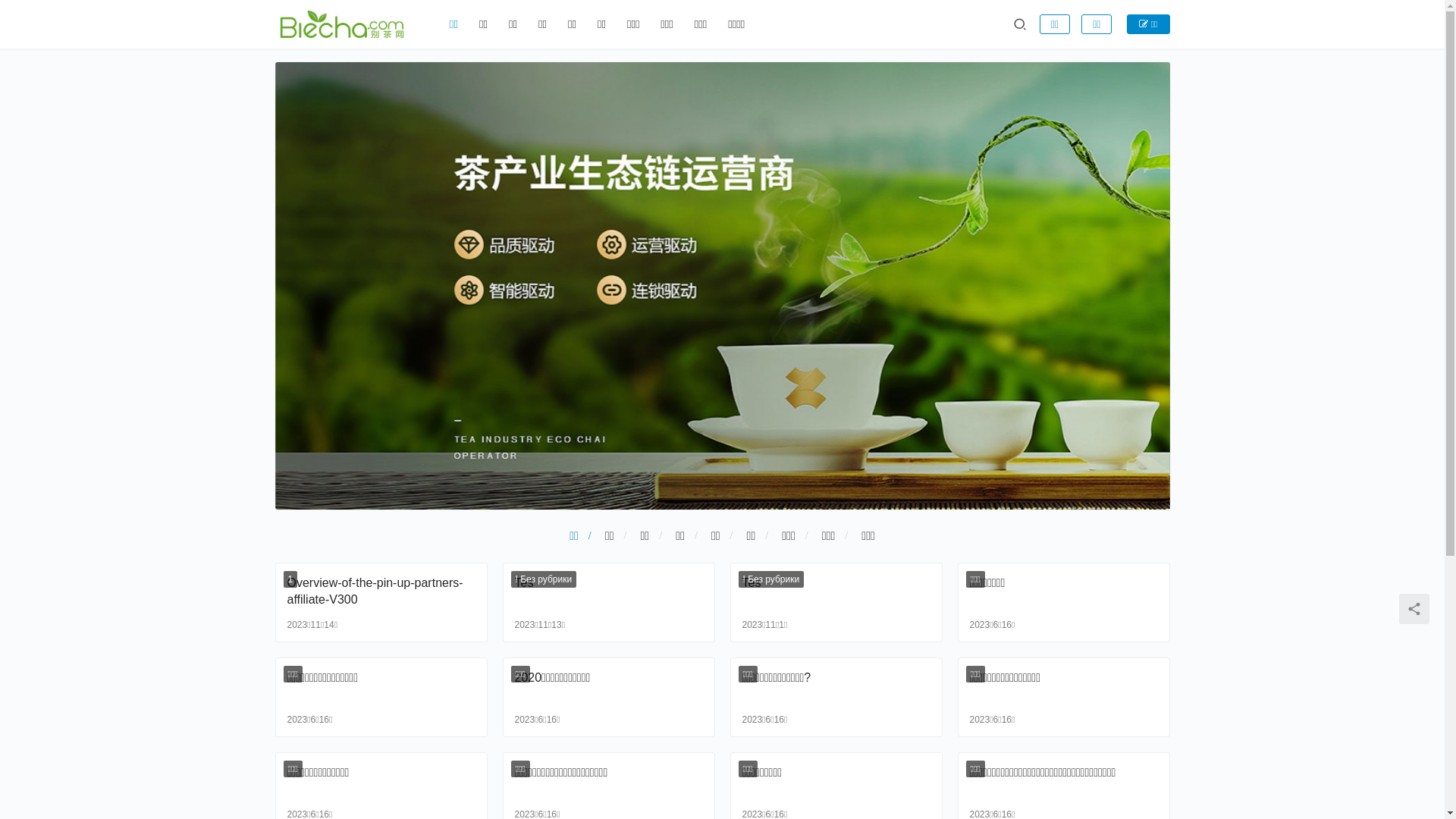  What do you see at coordinates (381, 590) in the screenshot?
I see `'Overview-of-the-pin-up-partners-affiliate-V300'` at bounding box center [381, 590].